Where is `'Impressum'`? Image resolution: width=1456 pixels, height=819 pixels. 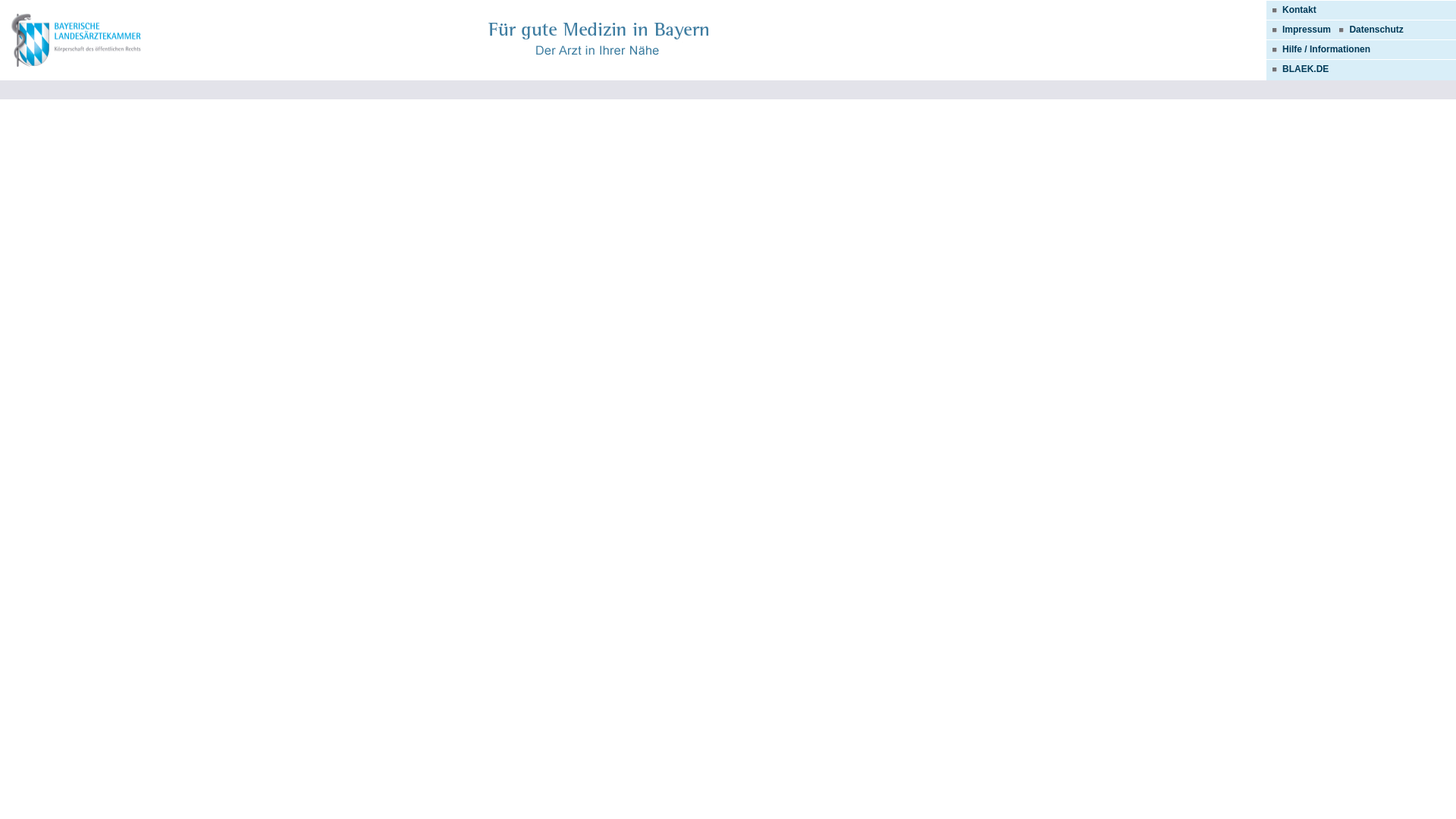
'Impressum' is located at coordinates (1306, 29).